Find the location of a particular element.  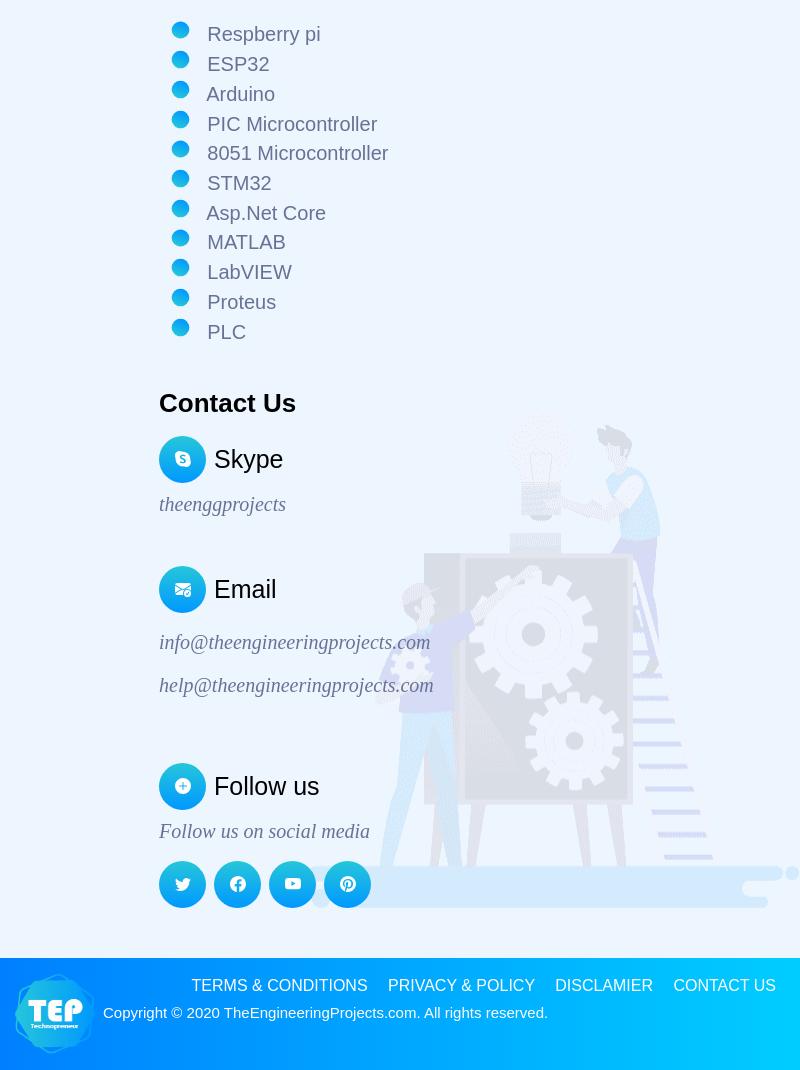

'Arduino' is located at coordinates (200, 92).